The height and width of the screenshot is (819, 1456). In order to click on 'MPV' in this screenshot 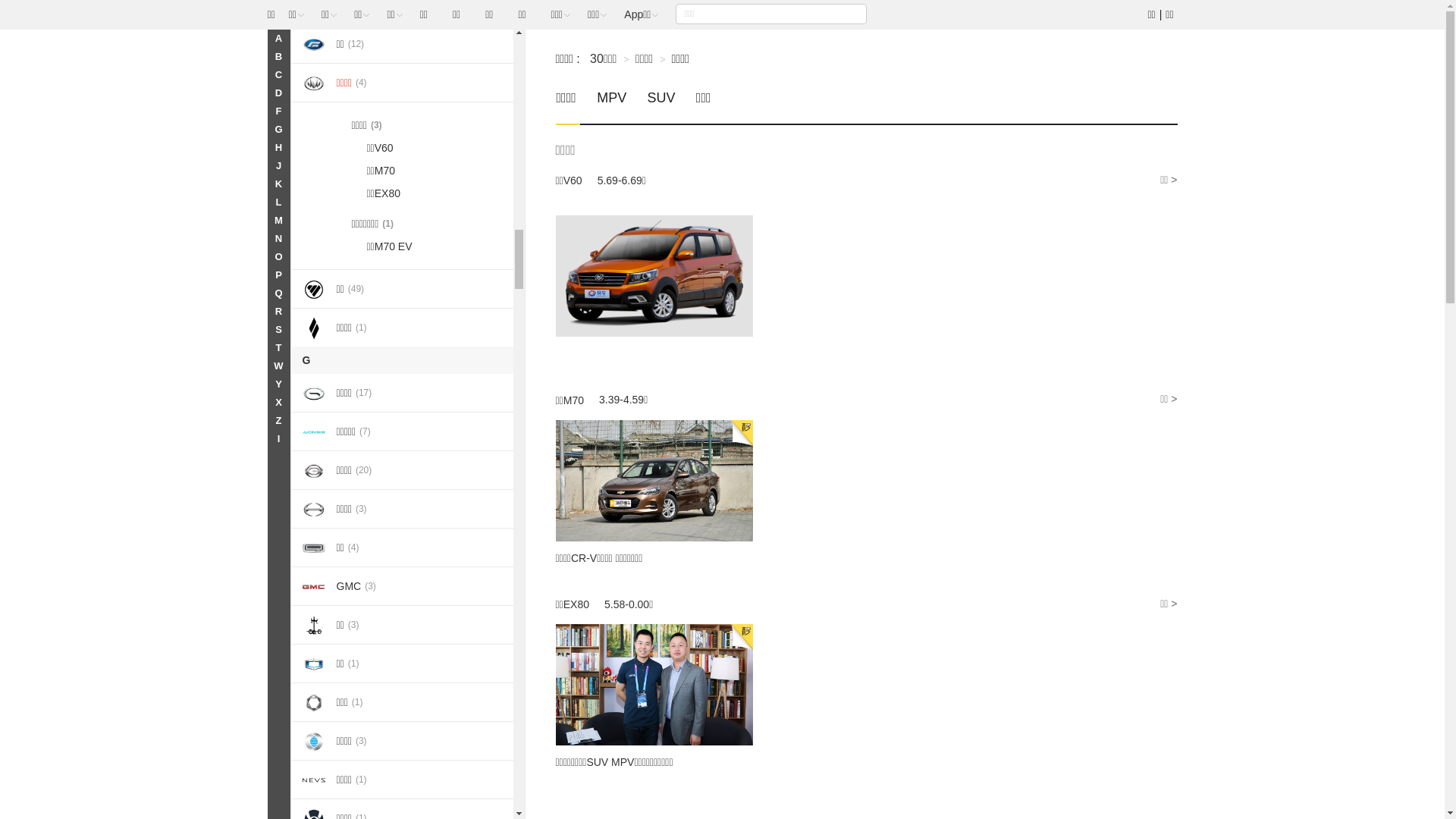, I will do `click(611, 105)`.